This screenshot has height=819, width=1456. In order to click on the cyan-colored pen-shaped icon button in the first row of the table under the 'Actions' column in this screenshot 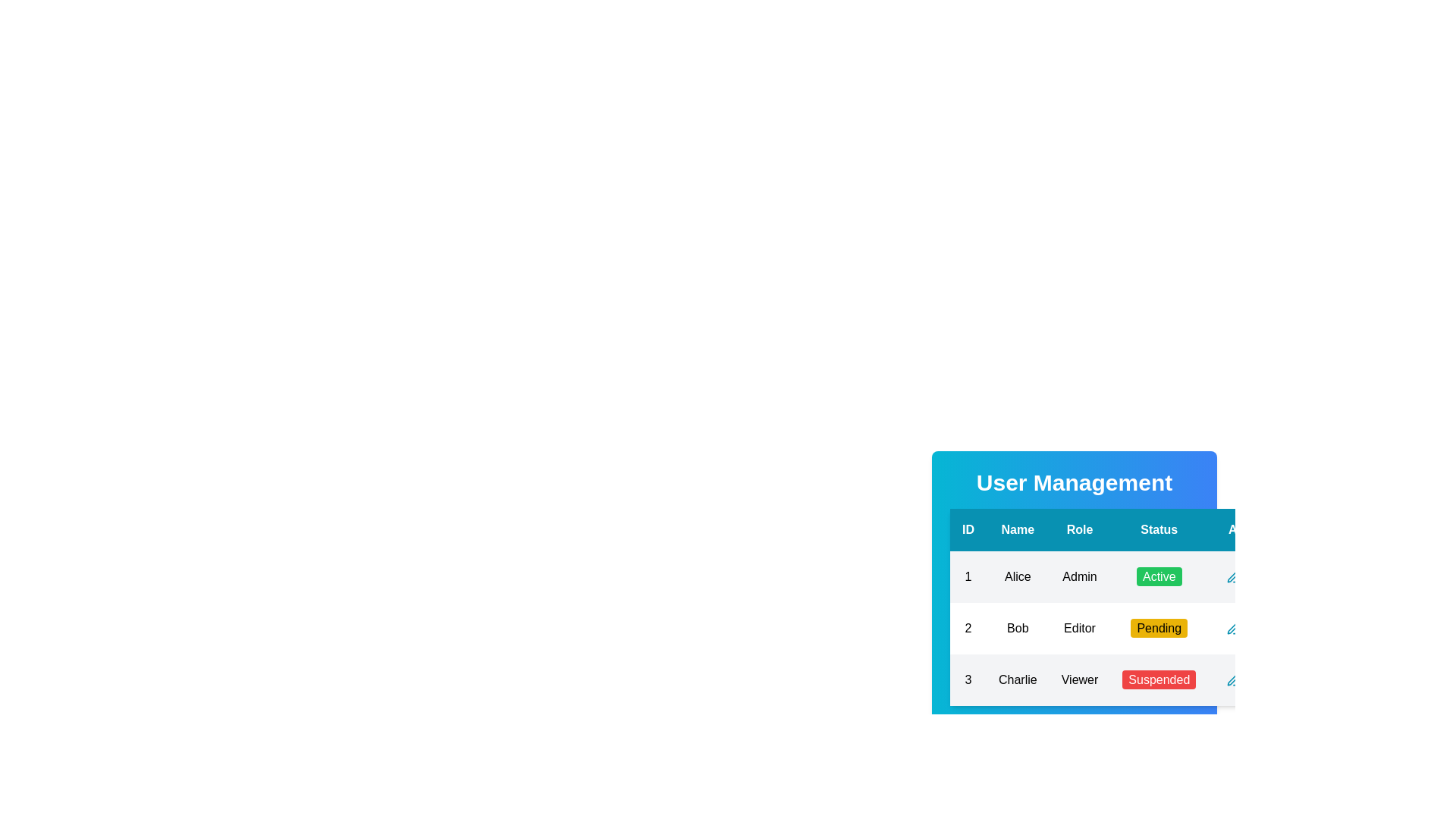, I will do `click(1234, 576)`.